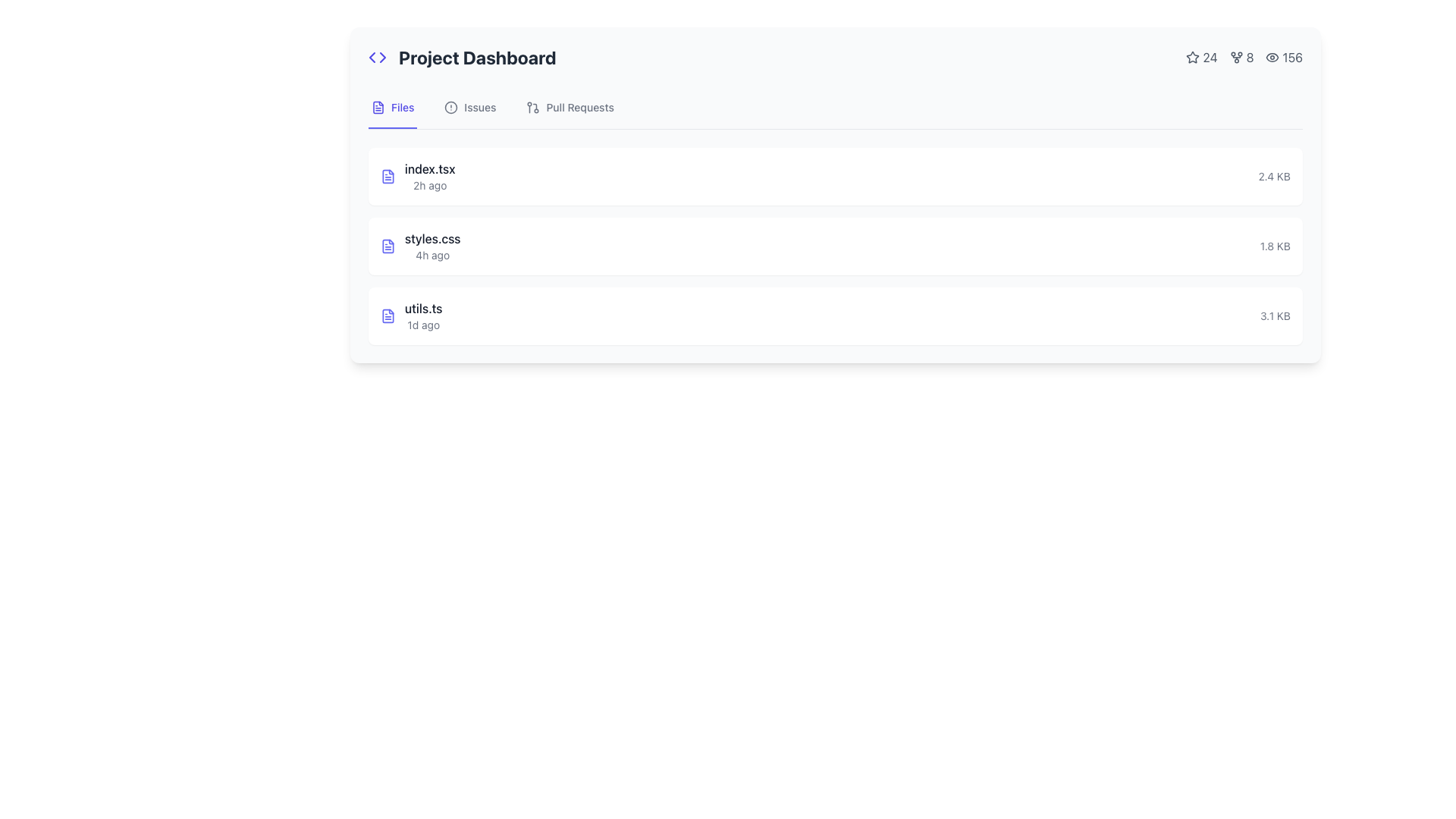 The width and height of the screenshot is (1456, 819). Describe the element at coordinates (1244, 57) in the screenshot. I see `the third status indicator icon in the top-right corner of the interface, which displays a numerical caption related to project metrics` at that location.